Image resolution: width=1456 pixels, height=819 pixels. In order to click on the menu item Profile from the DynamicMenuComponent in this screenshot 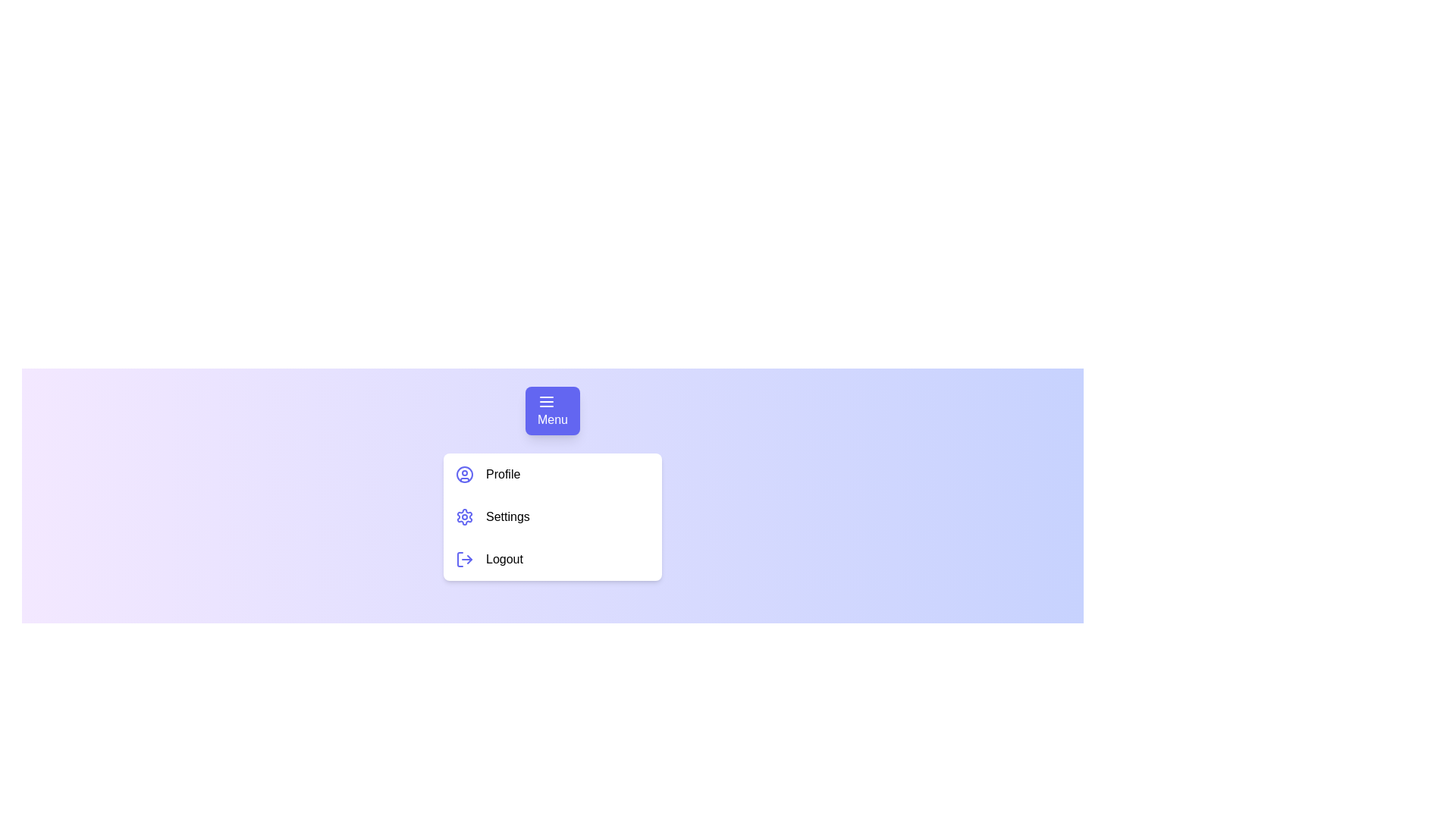, I will do `click(552, 473)`.